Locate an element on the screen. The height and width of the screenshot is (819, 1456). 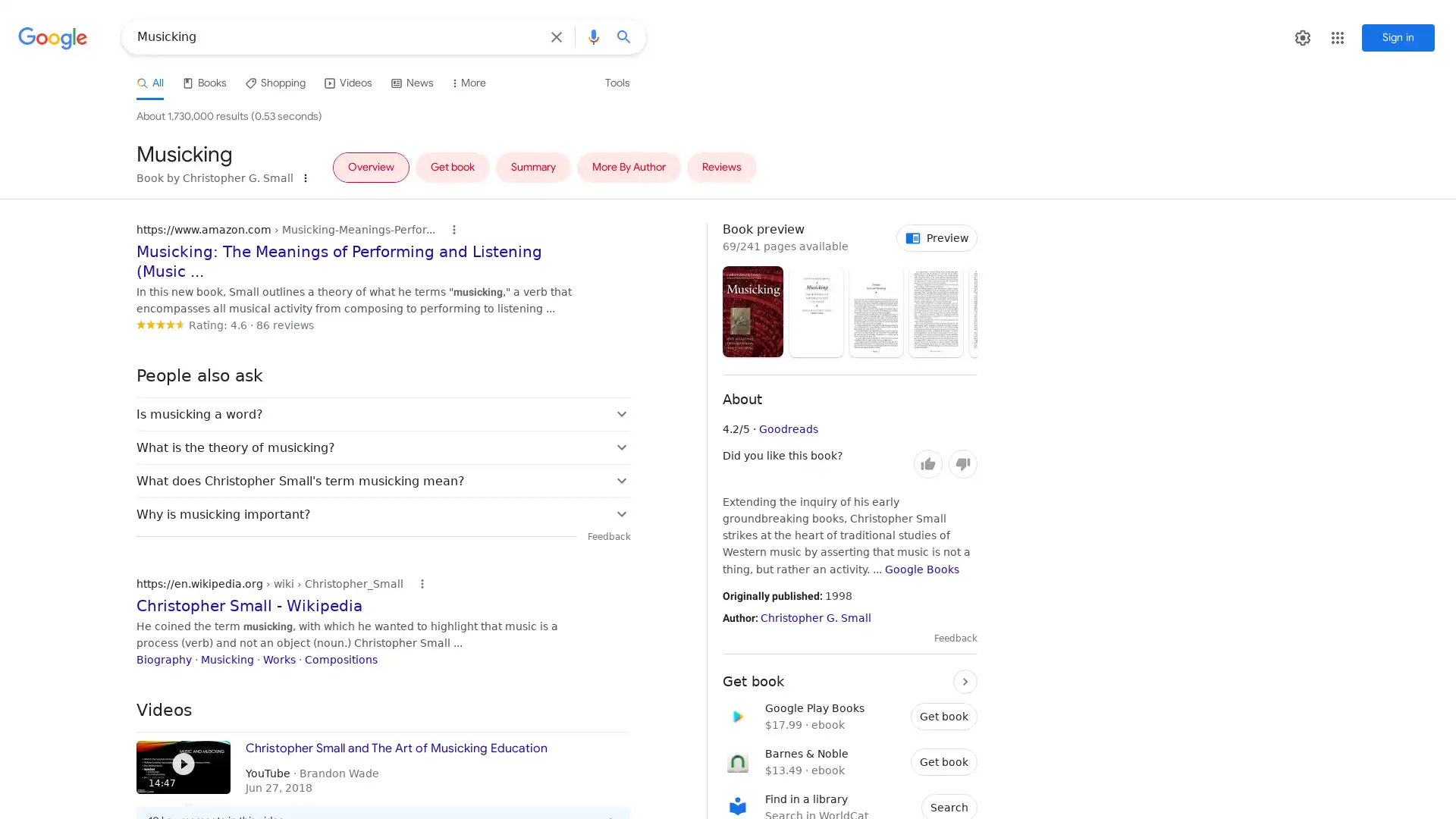
Tools is located at coordinates (617, 83).